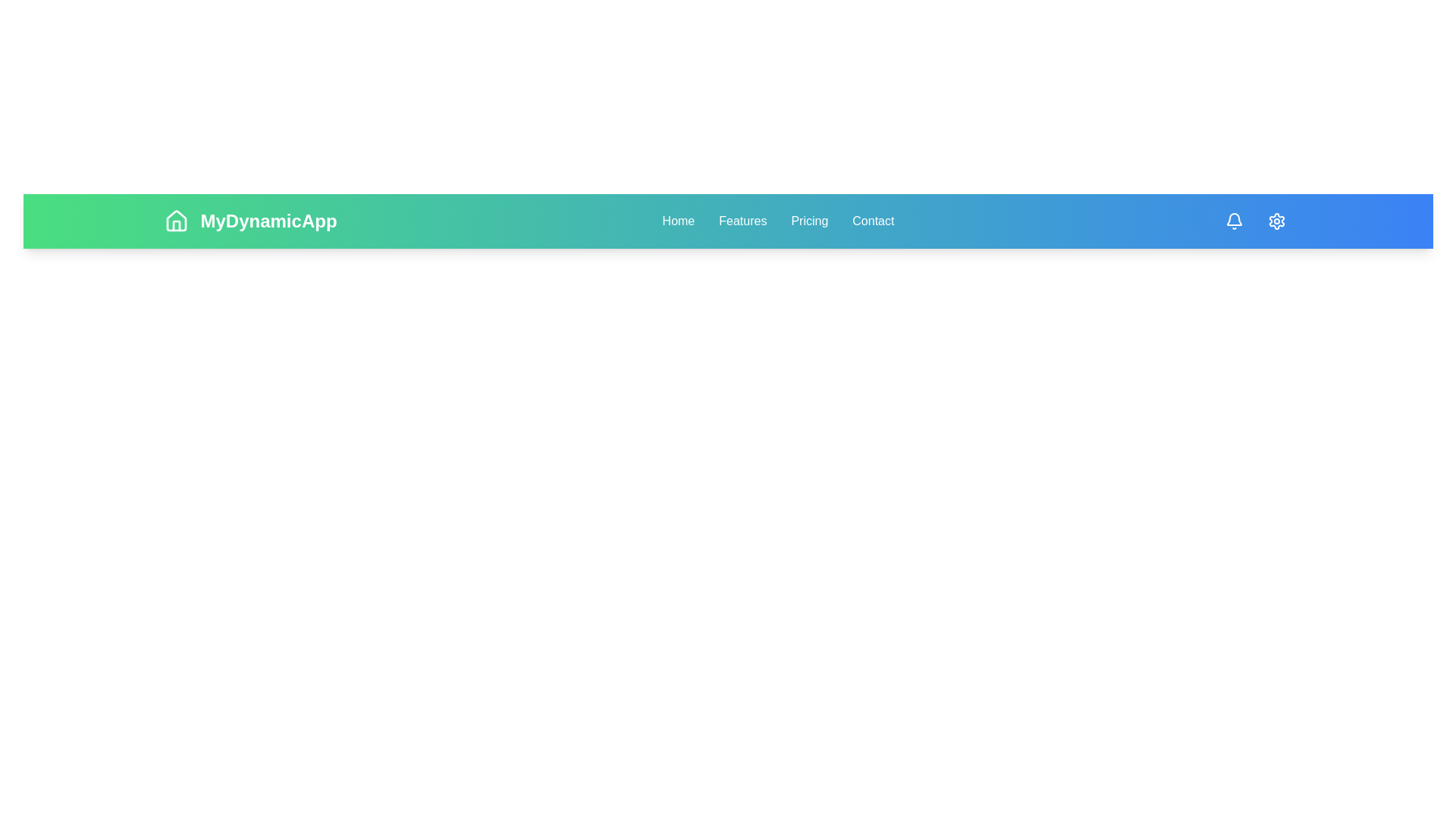 The image size is (1456, 819). What do you see at coordinates (677, 221) in the screenshot?
I see `the Home navigation link to navigate to the respective section` at bounding box center [677, 221].